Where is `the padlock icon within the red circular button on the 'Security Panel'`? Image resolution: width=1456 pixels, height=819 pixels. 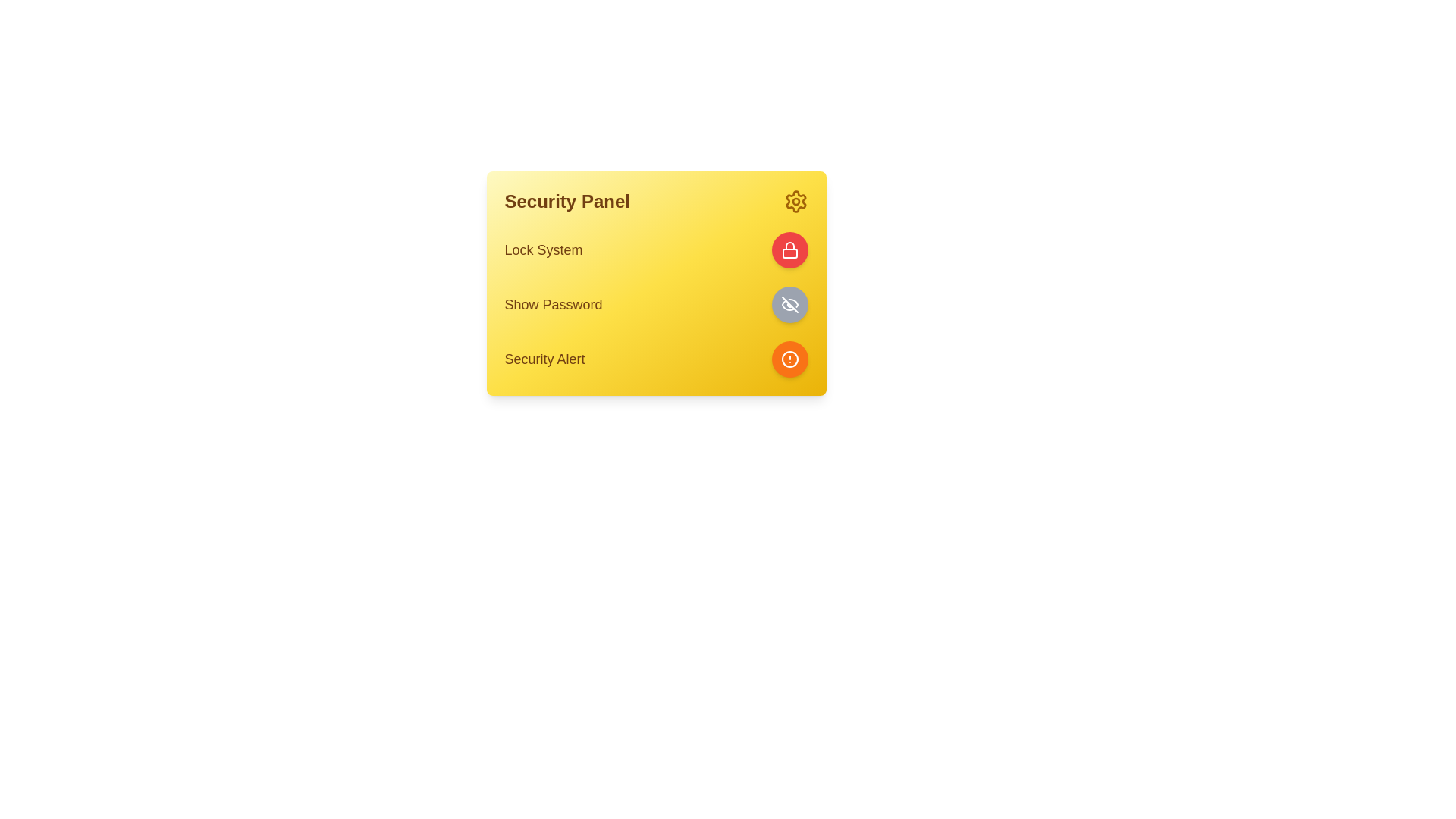 the padlock icon within the red circular button on the 'Security Panel' is located at coordinates (789, 249).